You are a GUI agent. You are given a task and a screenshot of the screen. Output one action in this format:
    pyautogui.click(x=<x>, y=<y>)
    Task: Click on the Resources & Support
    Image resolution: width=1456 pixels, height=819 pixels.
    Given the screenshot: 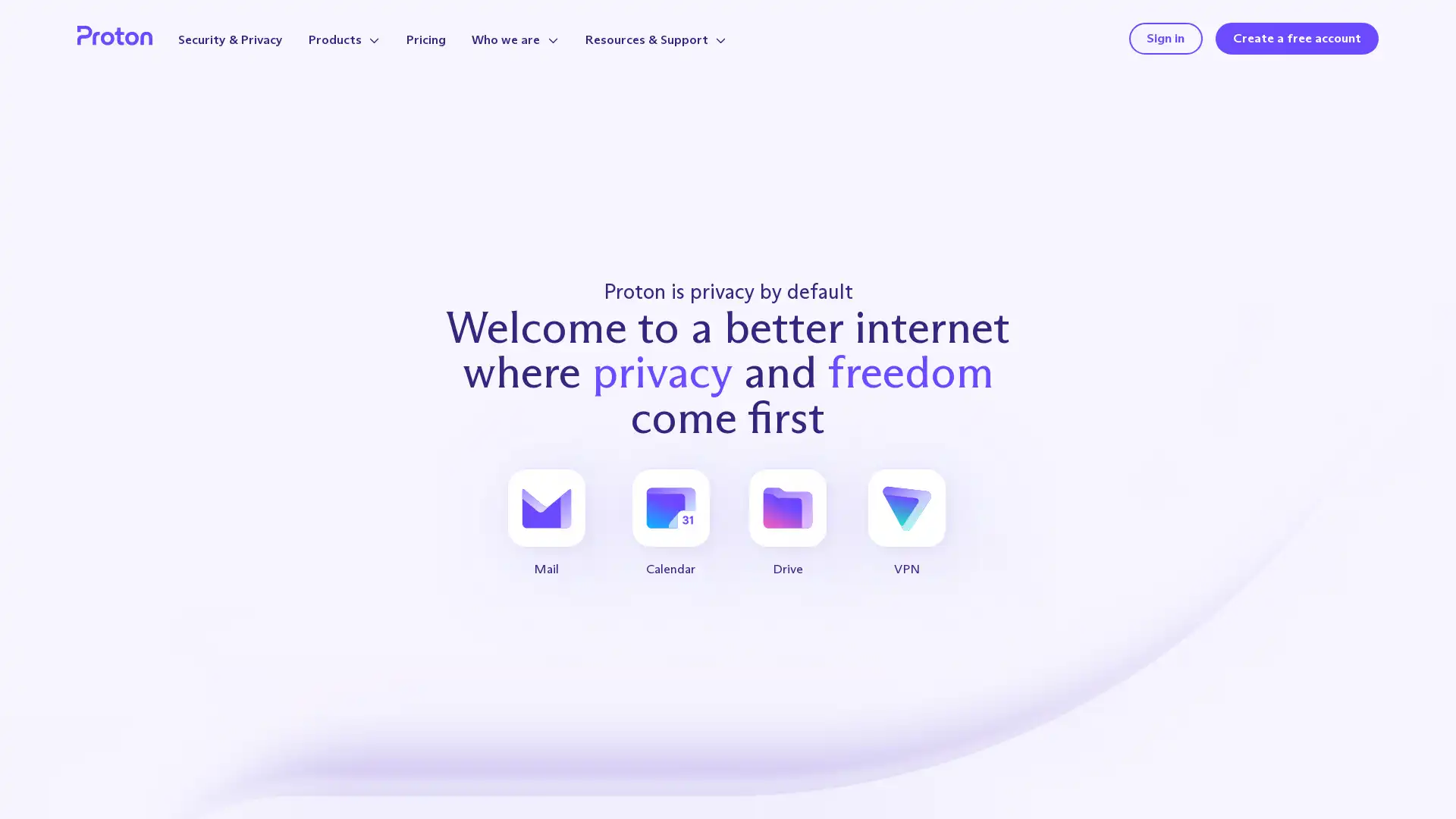 What is the action you would take?
    pyautogui.click(x=655, y=39)
    